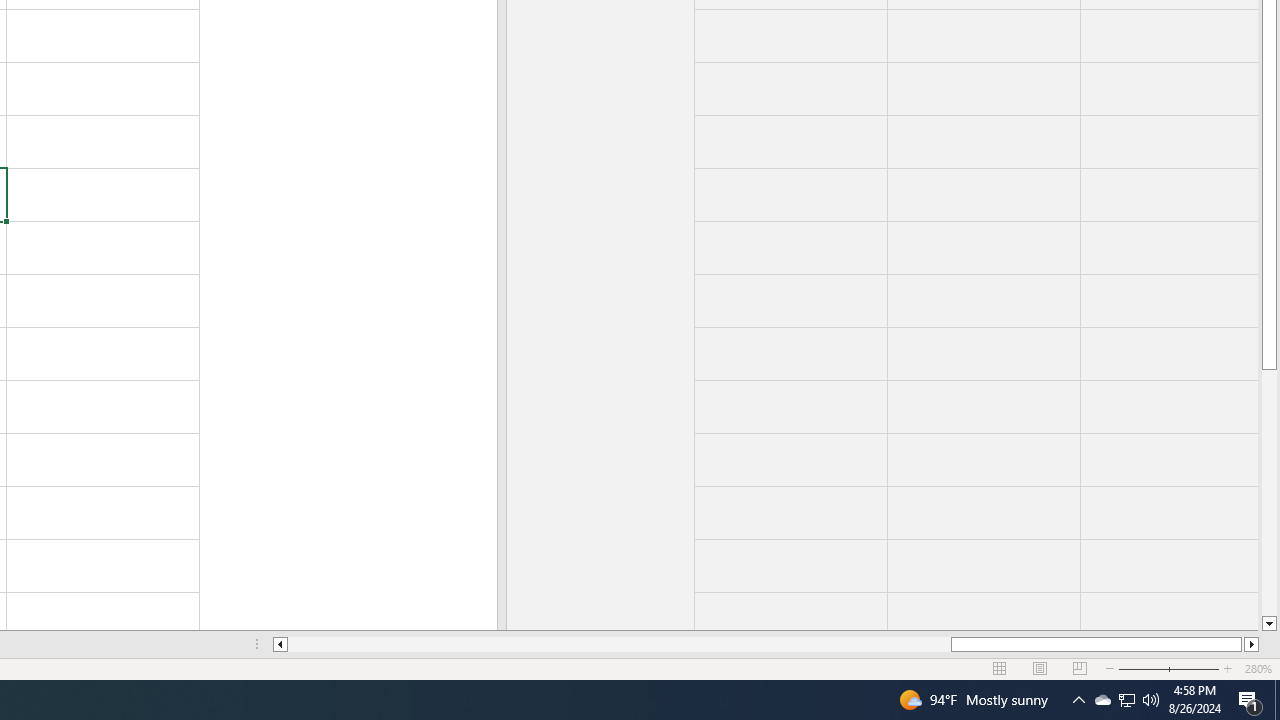  Describe the element at coordinates (1040, 669) in the screenshot. I see `'Page Layout'` at that location.